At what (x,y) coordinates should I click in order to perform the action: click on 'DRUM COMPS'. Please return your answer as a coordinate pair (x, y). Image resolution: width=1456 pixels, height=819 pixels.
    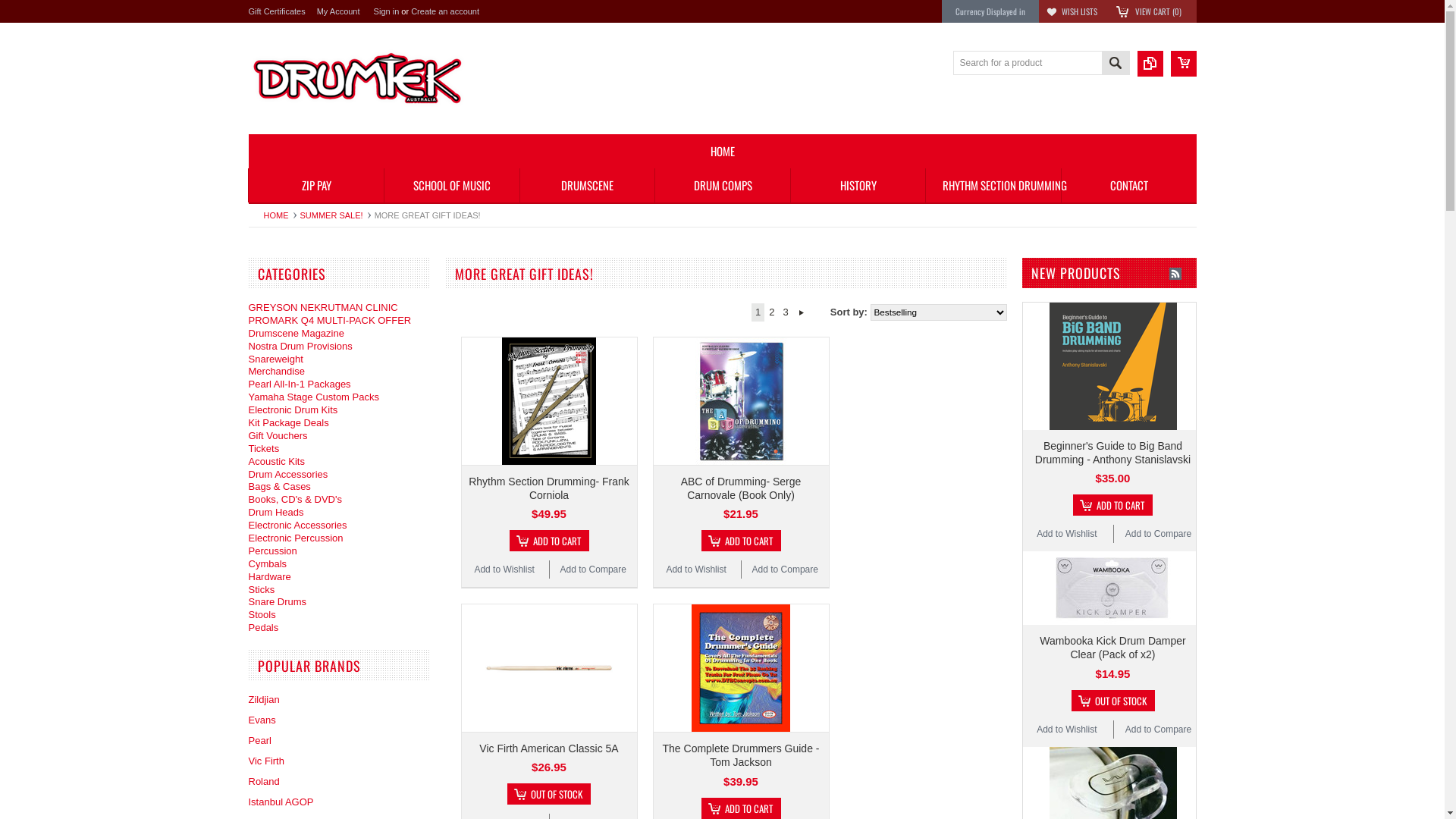
    Looking at the image, I should click on (721, 184).